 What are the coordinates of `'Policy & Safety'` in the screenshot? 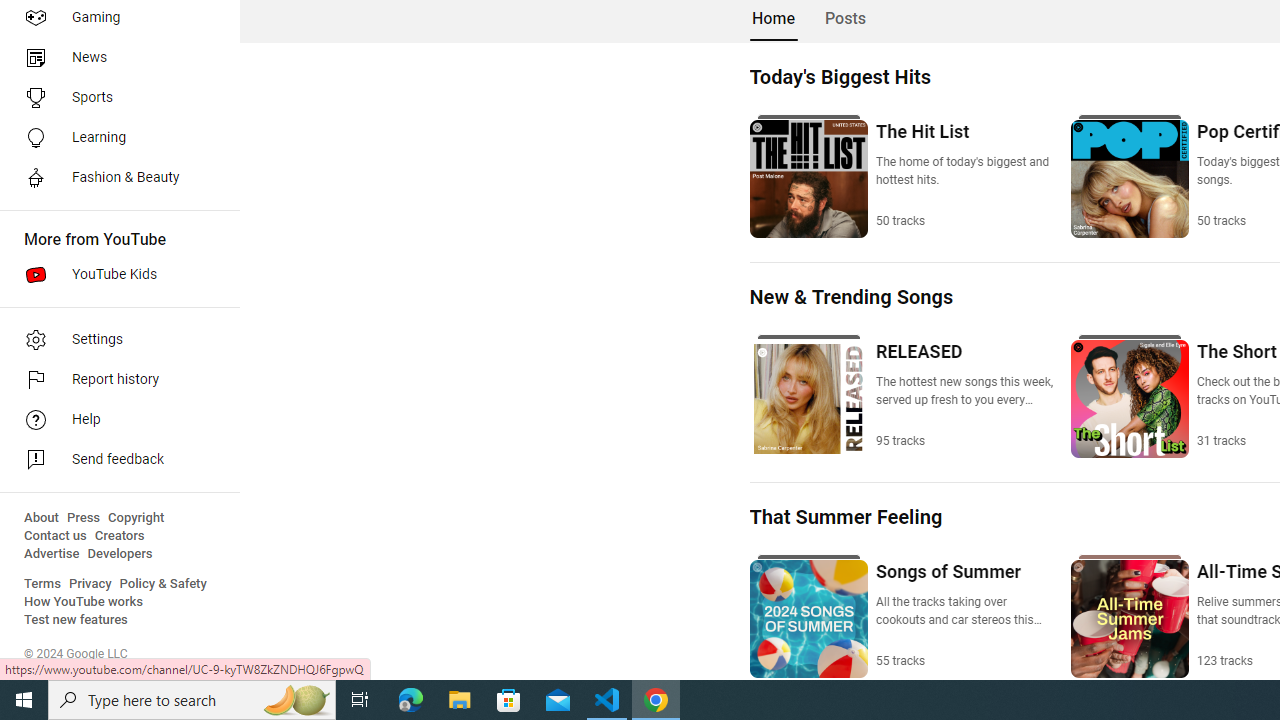 It's located at (163, 584).